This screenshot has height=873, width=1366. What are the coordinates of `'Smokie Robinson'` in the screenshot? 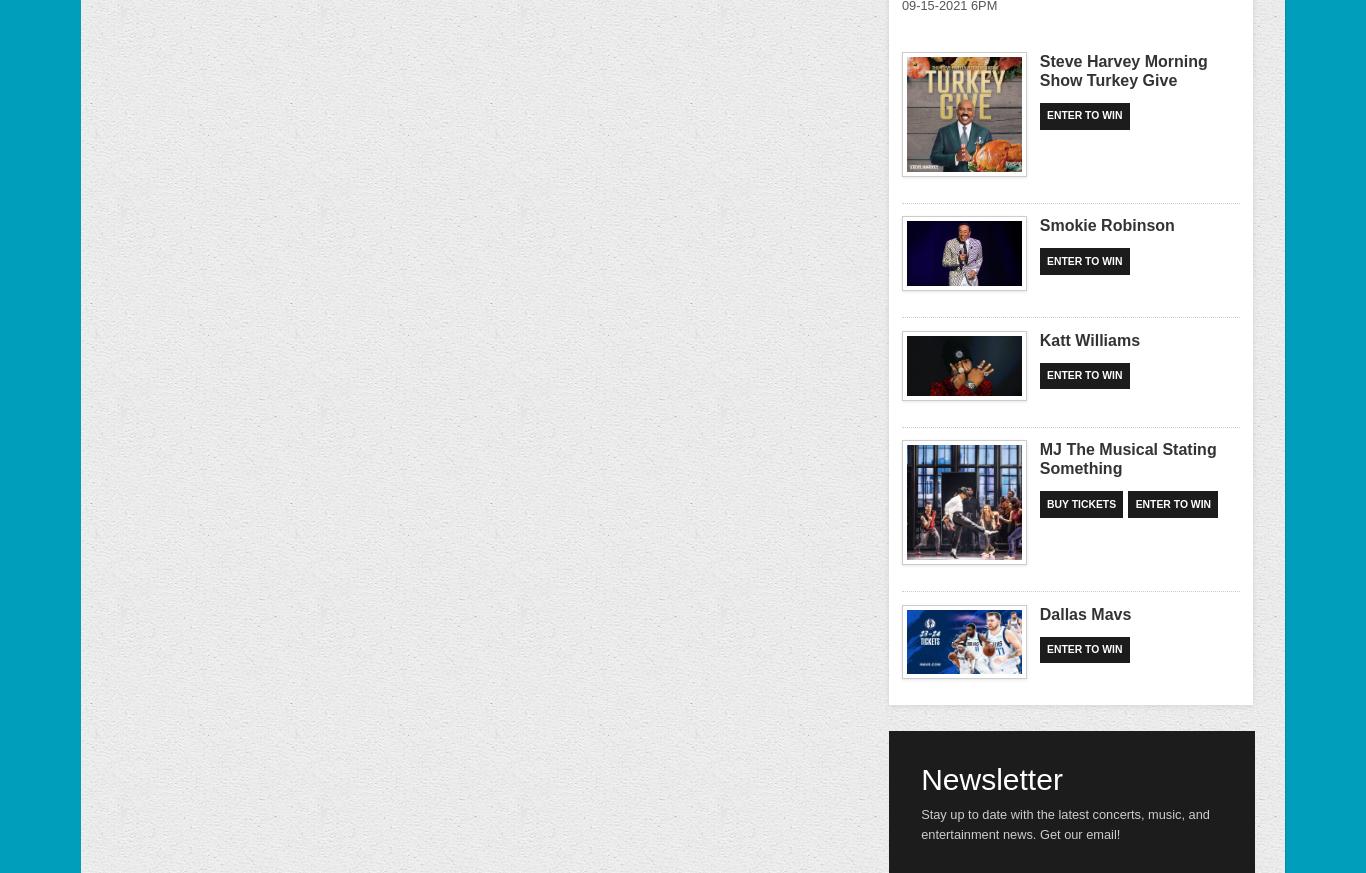 It's located at (1105, 224).